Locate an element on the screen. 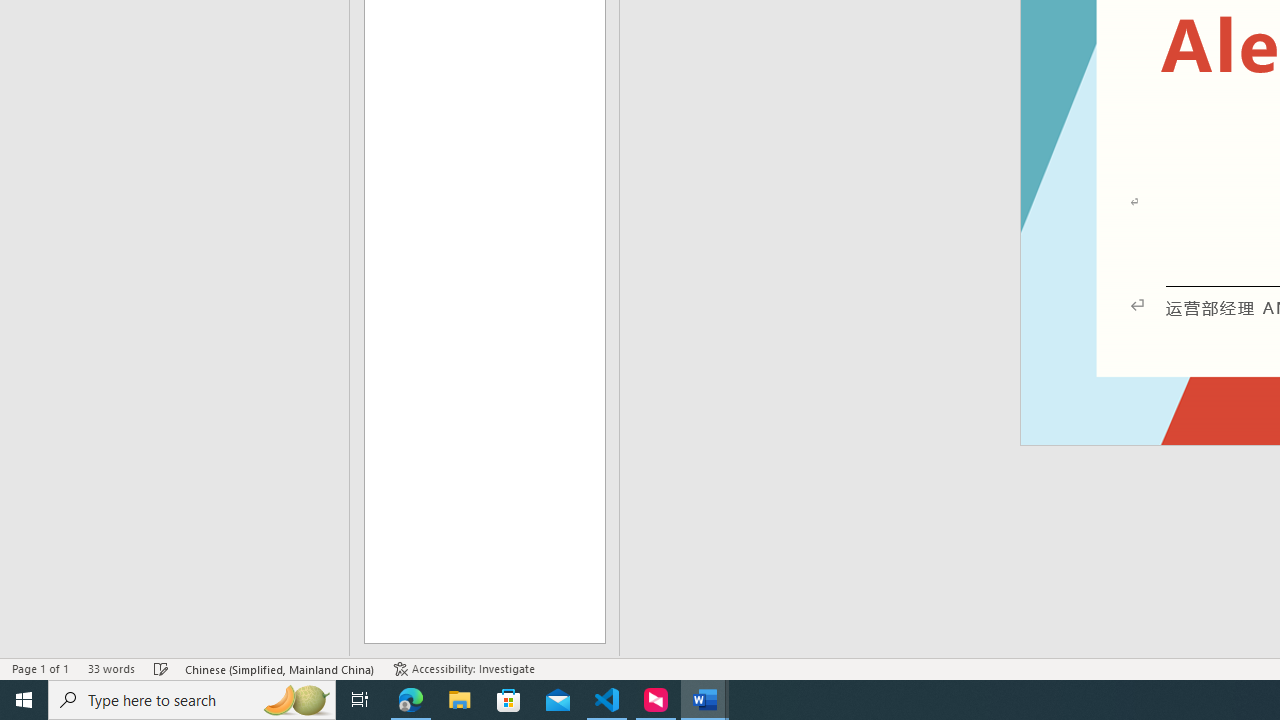 The width and height of the screenshot is (1280, 720). 'Accessibility Checker Accessibility: Investigate' is located at coordinates (463, 669).